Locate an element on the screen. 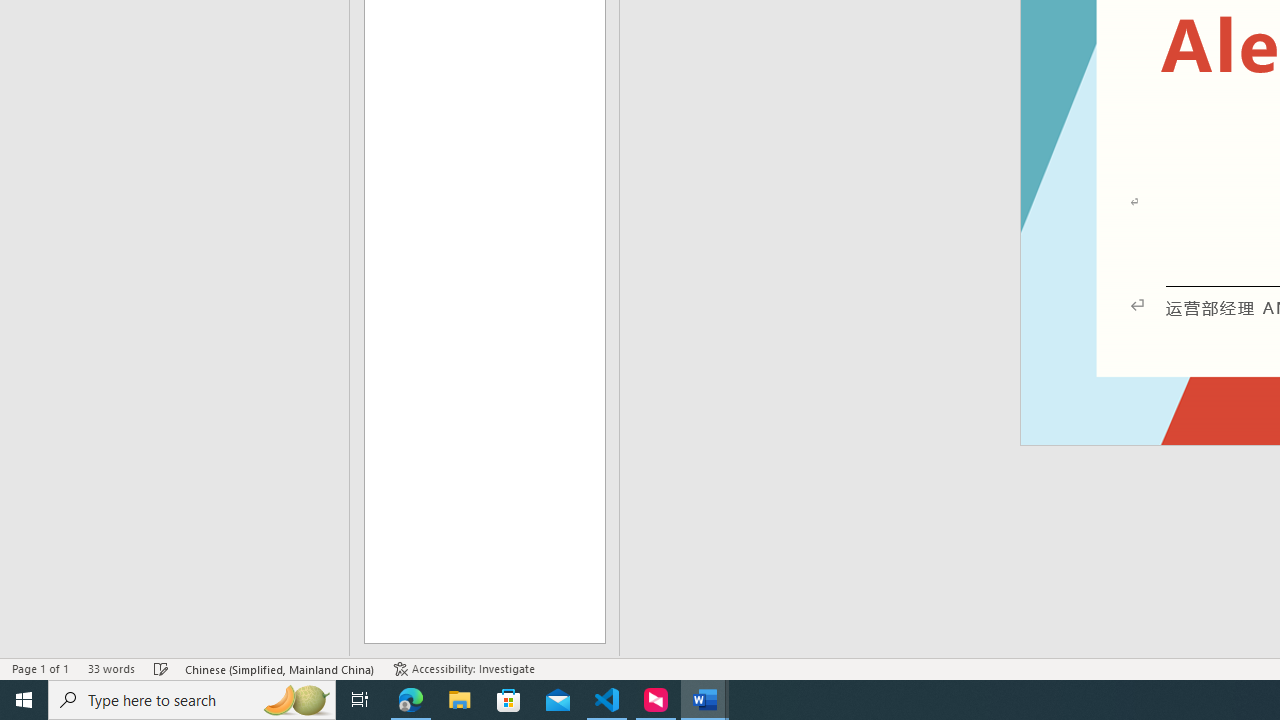 The width and height of the screenshot is (1280, 720). 'Accessibility Checker Accessibility: Investigate' is located at coordinates (463, 669).